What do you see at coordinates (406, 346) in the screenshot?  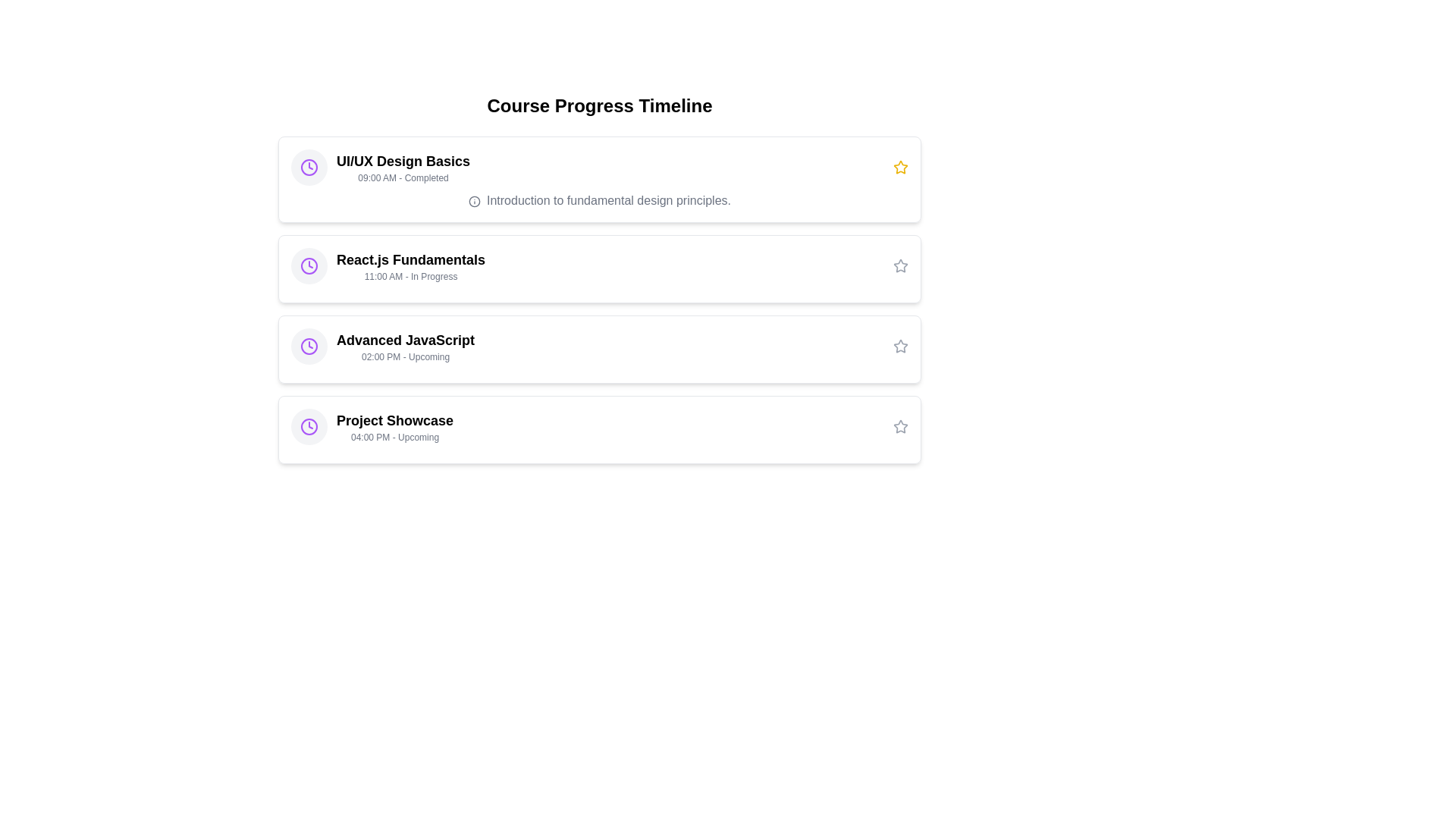 I see `the text label that displays the name and scheduled time status of the 'Advanced JavaScript' course session, which is the third item in the list under the 'Course Progress Timeline' section` at bounding box center [406, 346].